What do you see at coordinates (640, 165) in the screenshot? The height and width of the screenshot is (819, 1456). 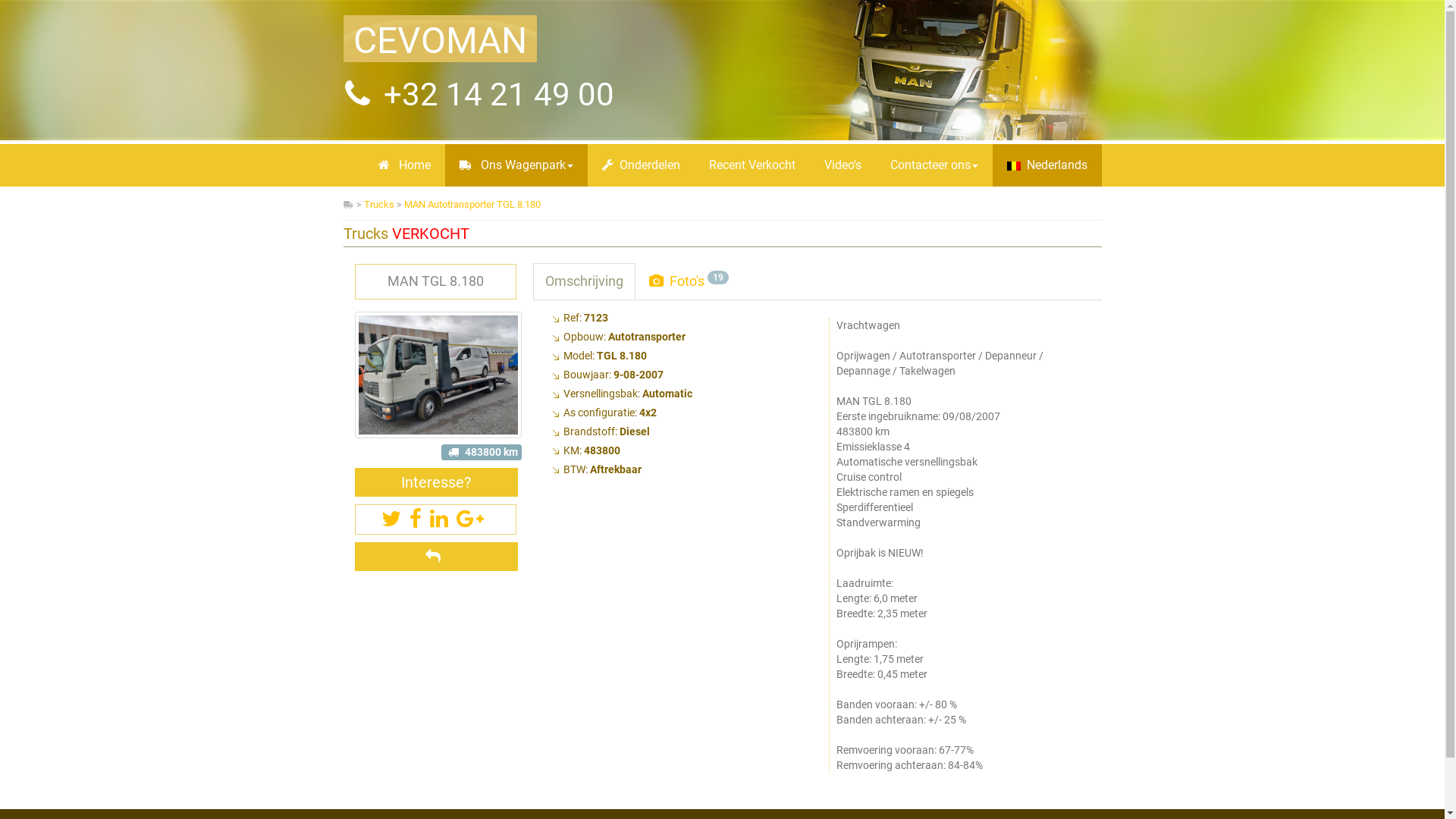 I see `'Onderdelen'` at bounding box center [640, 165].